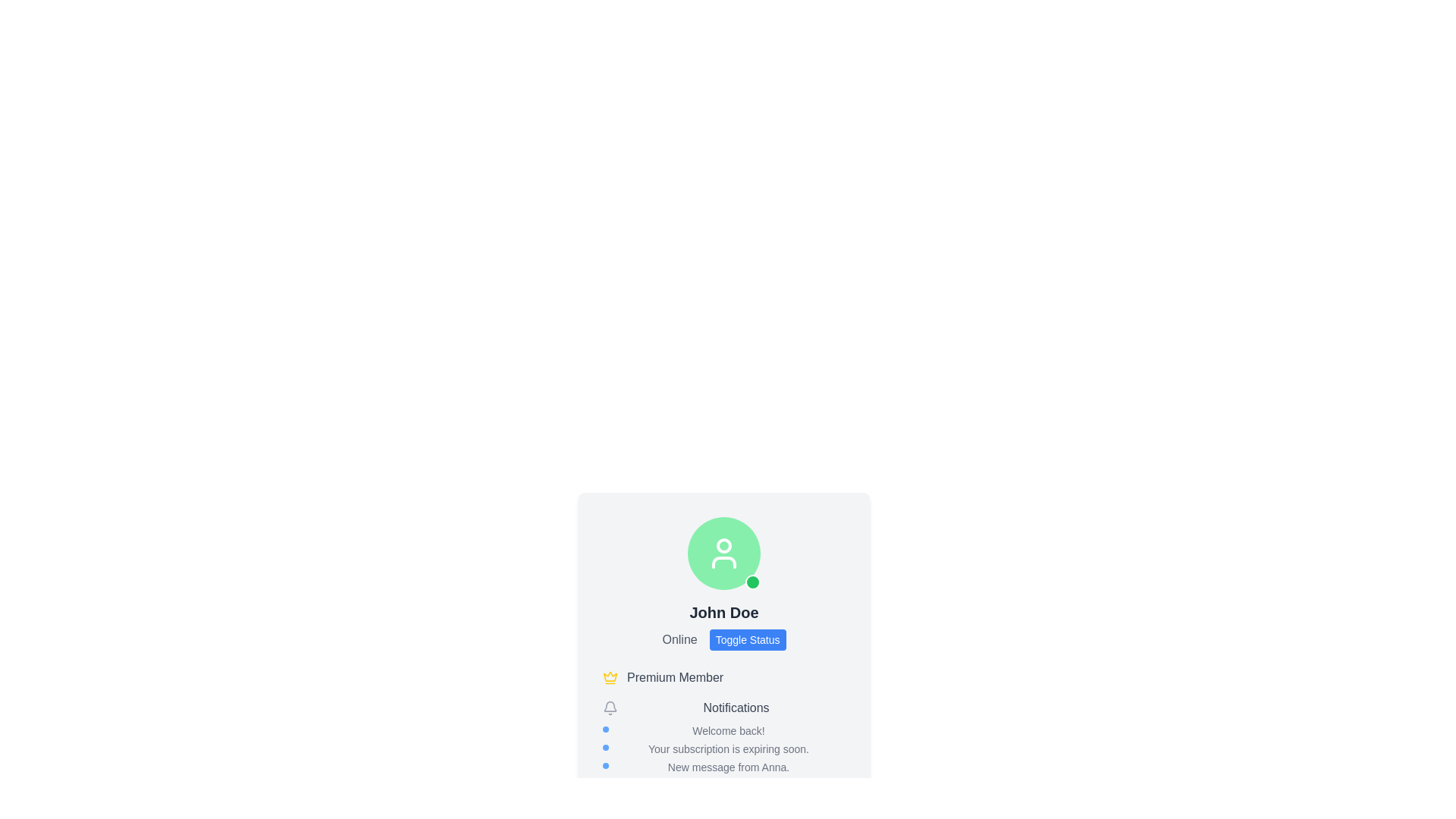 Image resolution: width=1456 pixels, height=819 pixels. Describe the element at coordinates (610, 677) in the screenshot. I see `the premium membership icon that symbolizes the user's premium membership status, located to the left of the 'Premium Member' text` at that location.